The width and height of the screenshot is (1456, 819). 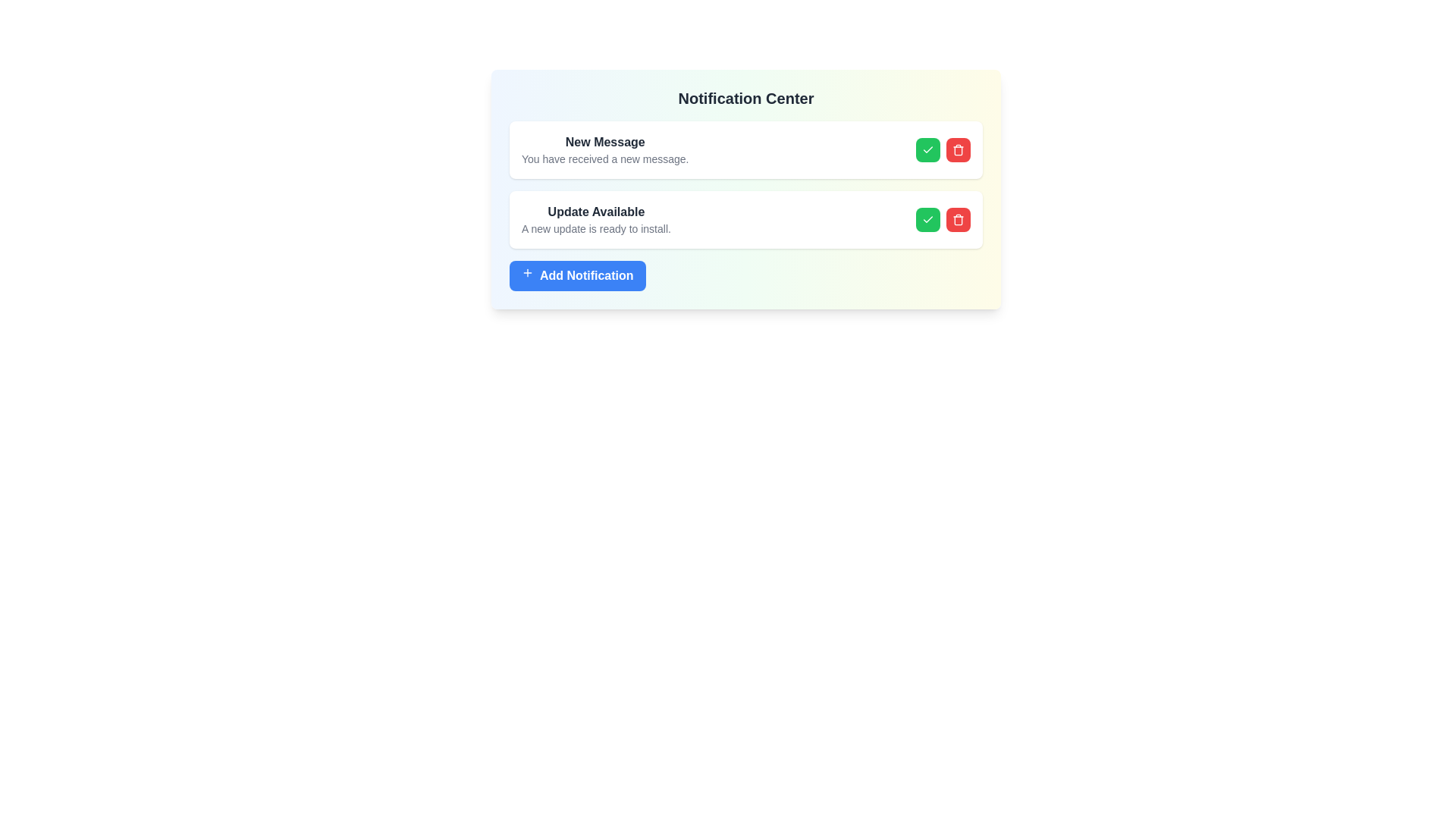 What do you see at coordinates (576, 275) in the screenshot?
I see `the button located in the lower central part of the 'Notification Center' card` at bounding box center [576, 275].